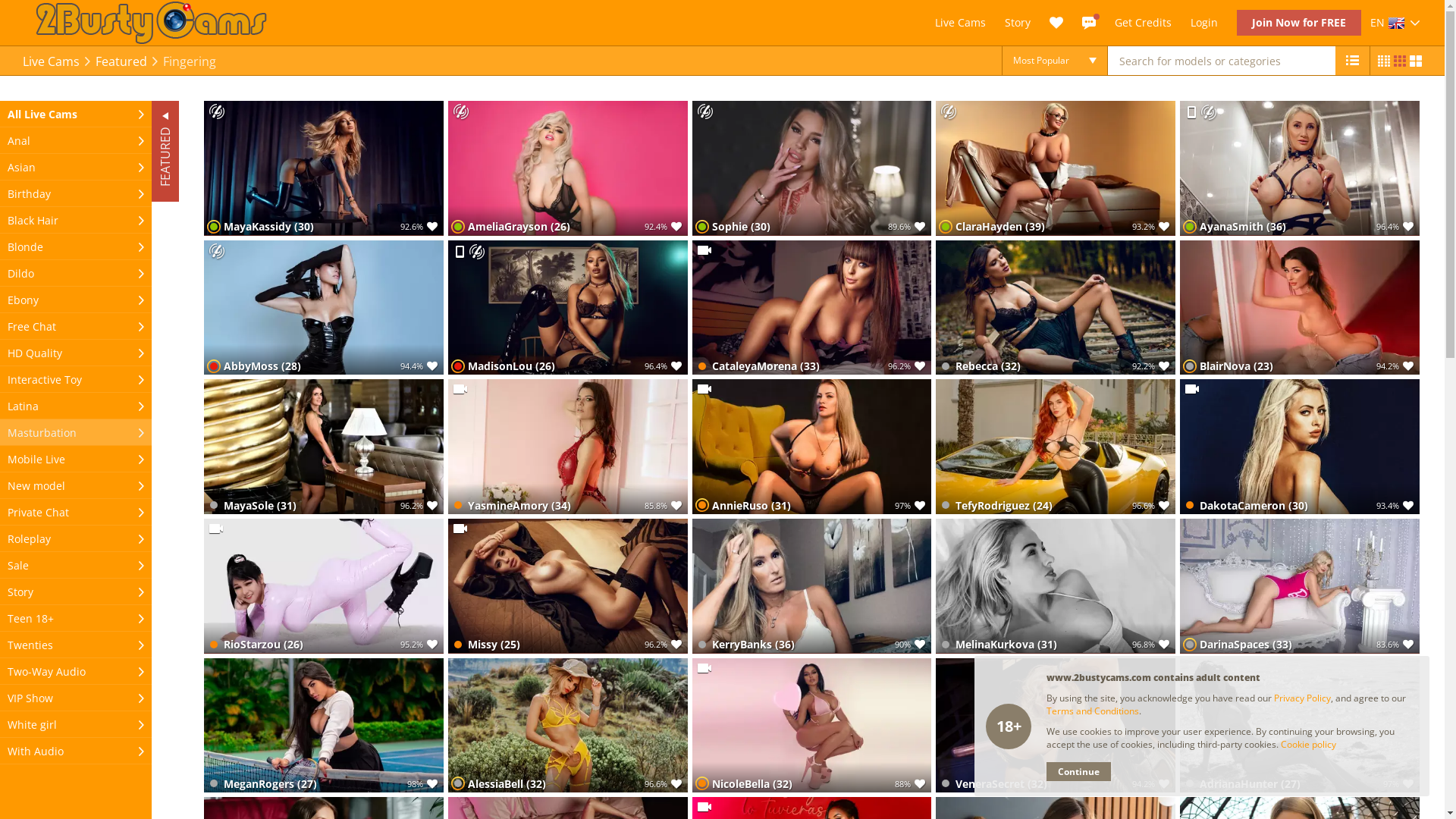 This screenshot has height=819, width=1456. Describe the element at coordinates (75, 432) in the screenshot. I see `'Masturbation'` at that location.